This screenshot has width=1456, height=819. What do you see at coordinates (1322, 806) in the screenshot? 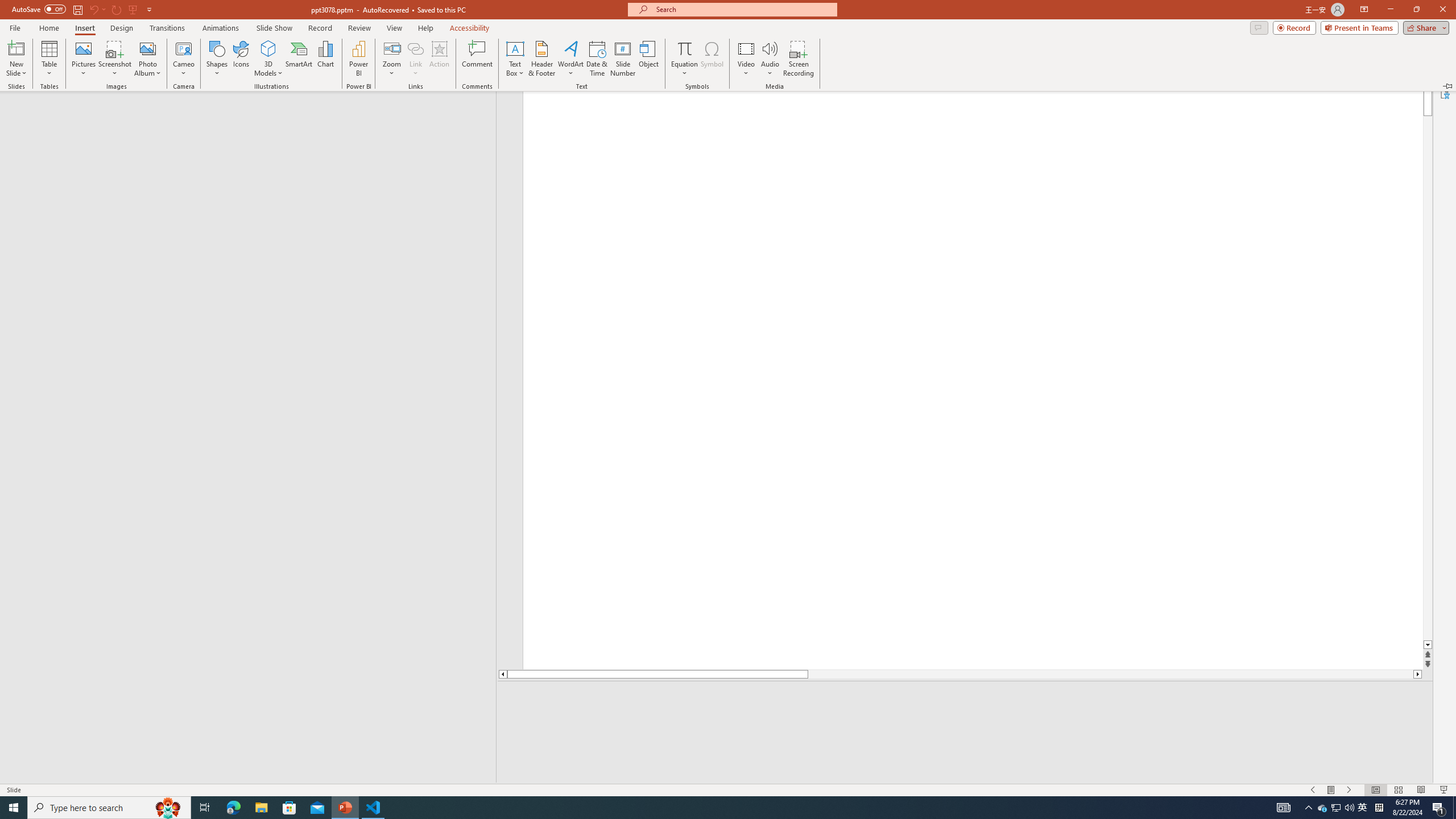
I see `'Slide Show Next On'` at bounding box center [1322, 806].